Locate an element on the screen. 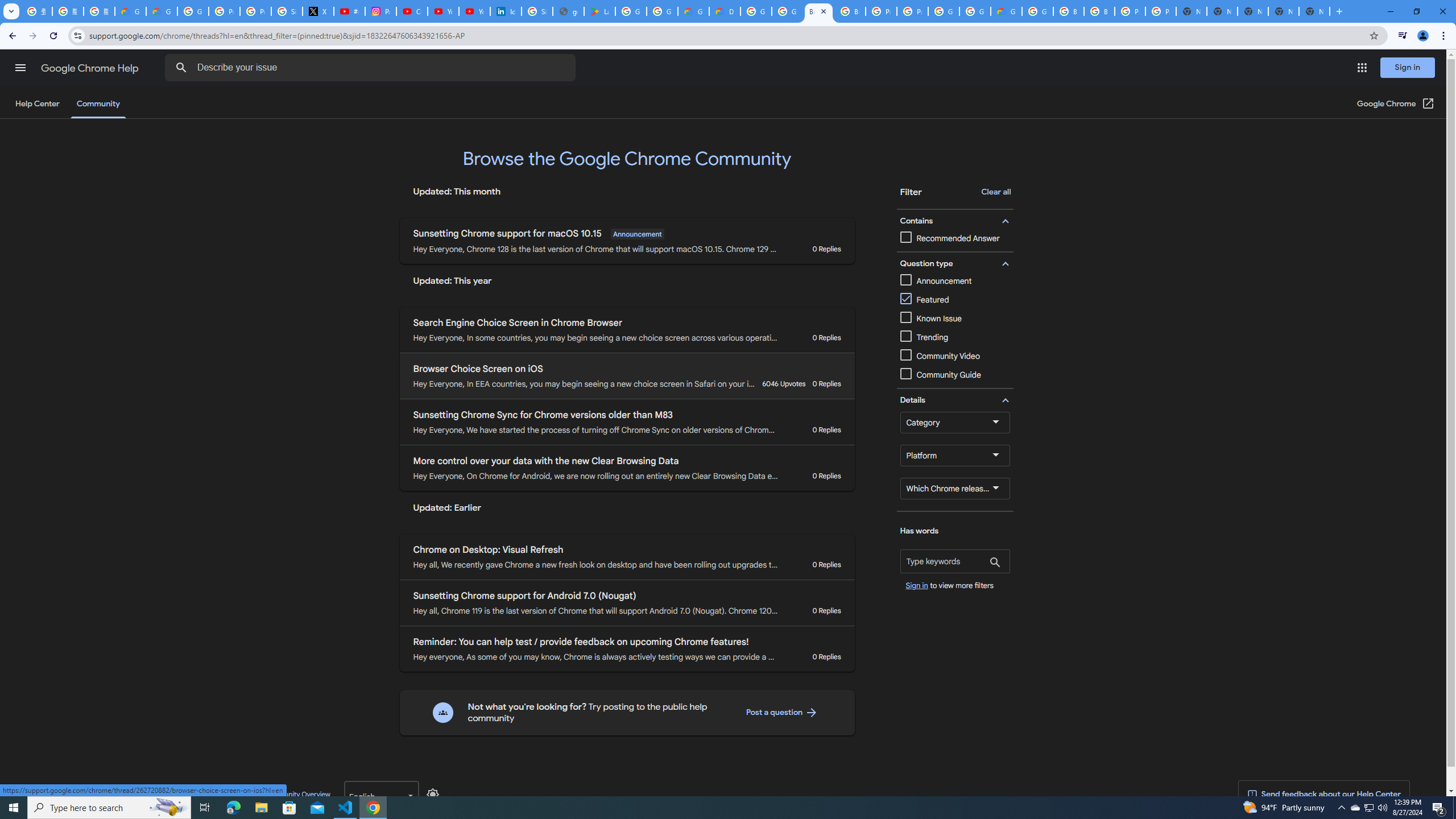 This screenshot has height=819, width=1456. 'Featured' is located at coordinates (924, 299).